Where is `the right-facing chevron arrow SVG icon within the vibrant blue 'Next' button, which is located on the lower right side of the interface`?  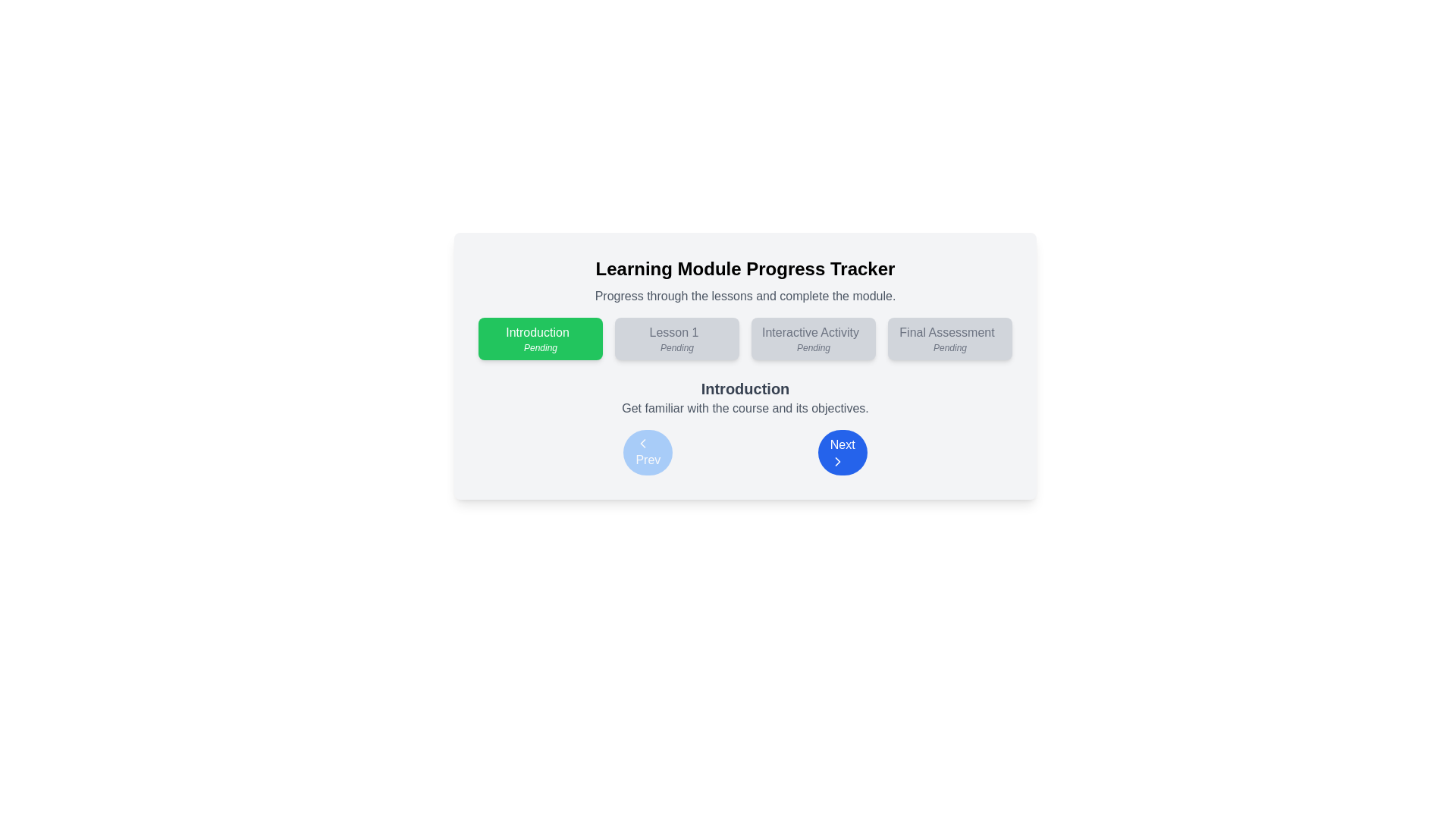
the right-facing chevron arrow SVG icon within the vibrant blue 'Next' button, which is located on the lower right side of the interface is located at coordinates (836, 461).